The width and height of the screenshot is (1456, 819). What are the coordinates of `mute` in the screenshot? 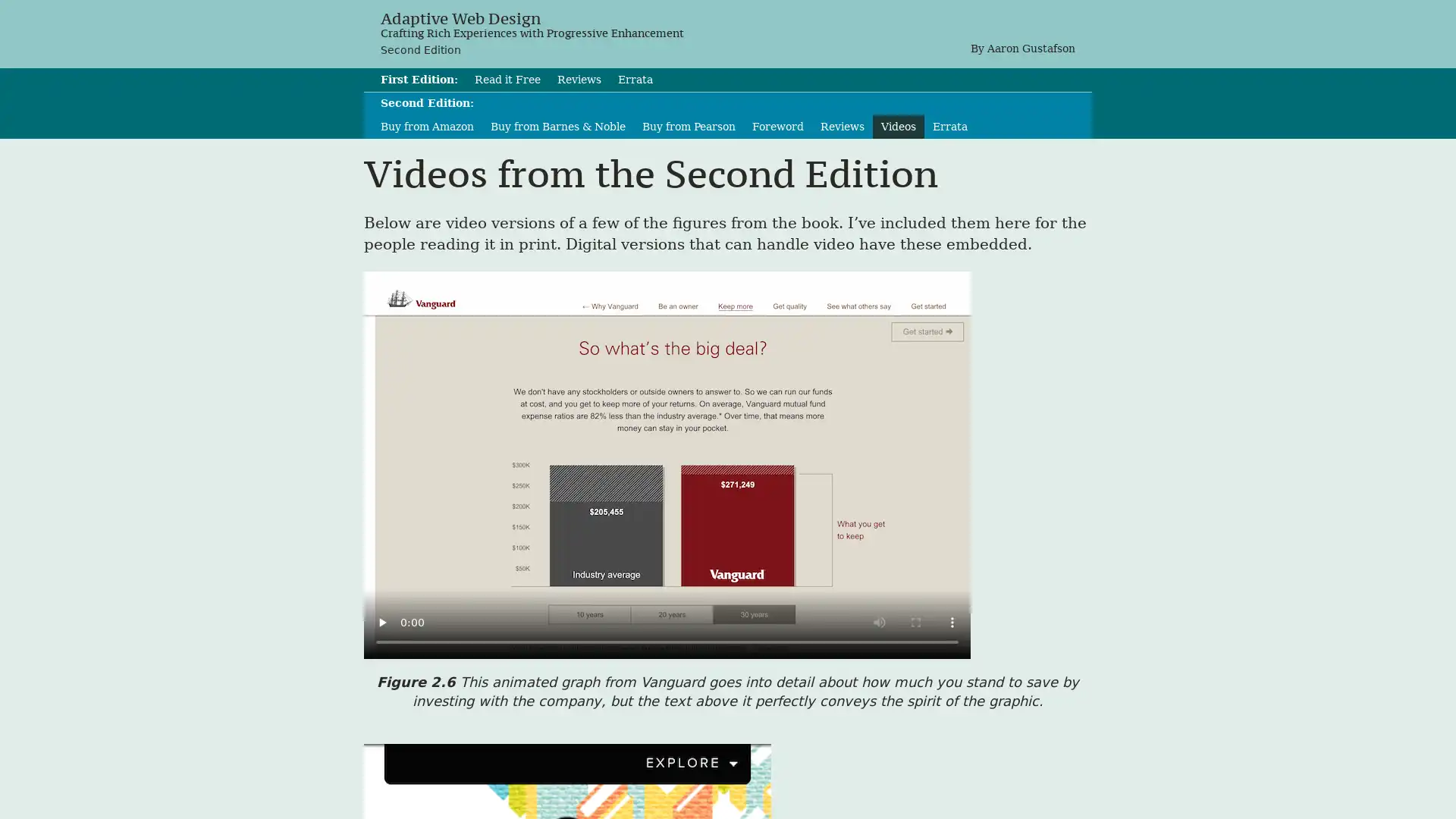 It's located at (880, 622).